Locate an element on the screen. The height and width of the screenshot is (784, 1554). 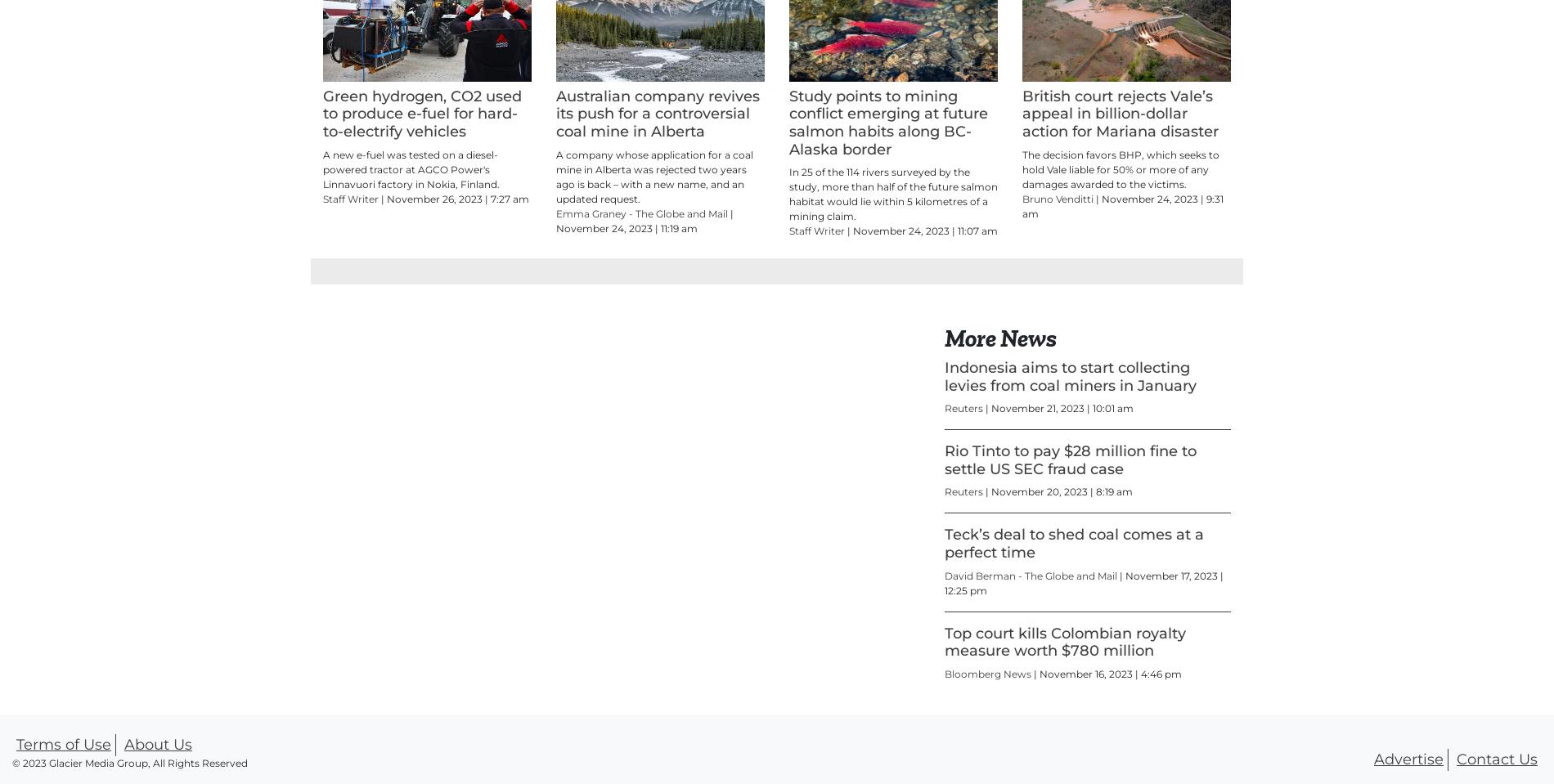
'Top court kills Colombian royalty measure worth $780 million' is located at coordinates (945, 714).